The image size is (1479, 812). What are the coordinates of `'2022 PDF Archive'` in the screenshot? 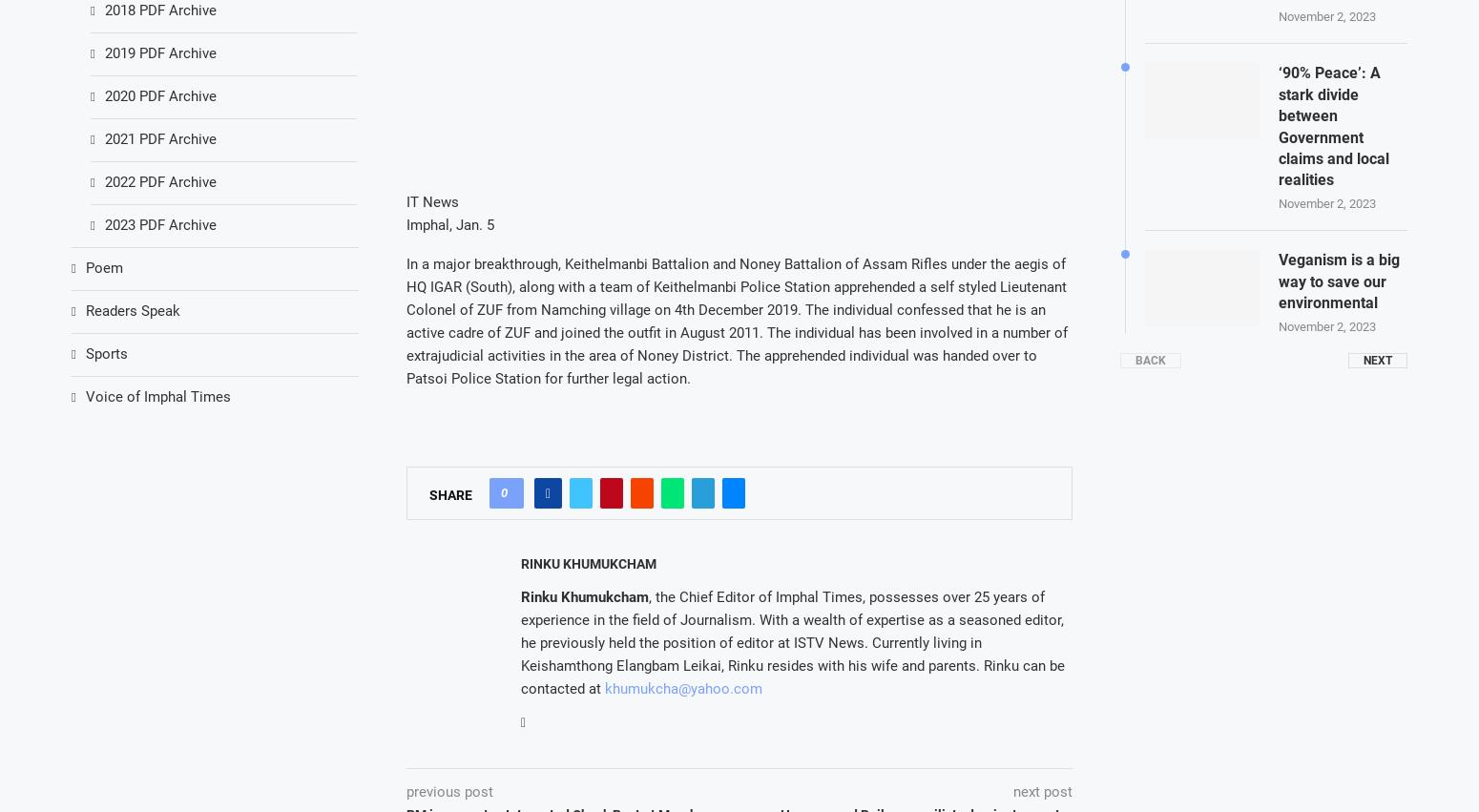 It's located at (103, 180).